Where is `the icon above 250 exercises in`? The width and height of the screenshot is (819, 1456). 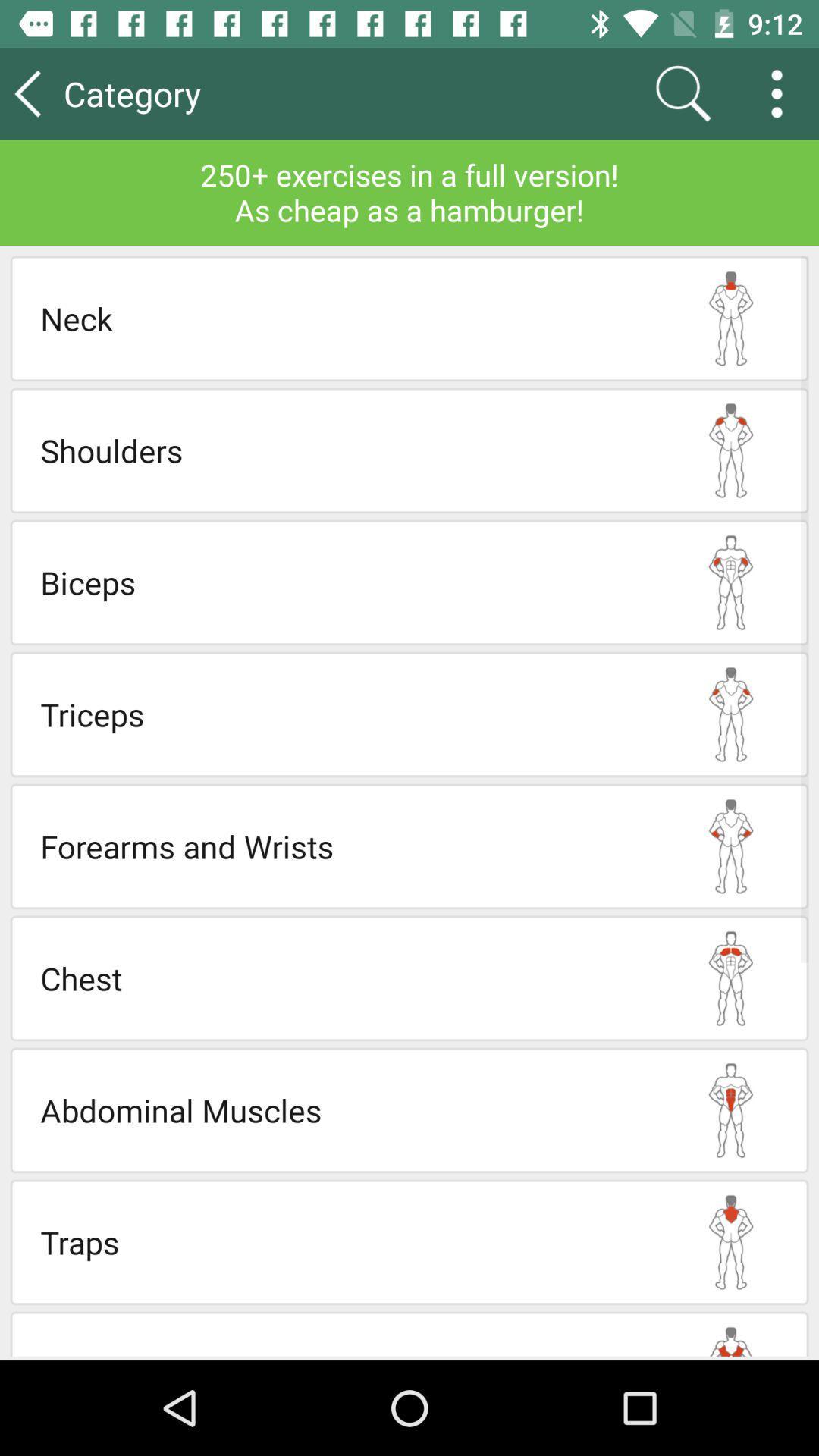
the icon above 250 exercises in is located at coordinates (682, 93).